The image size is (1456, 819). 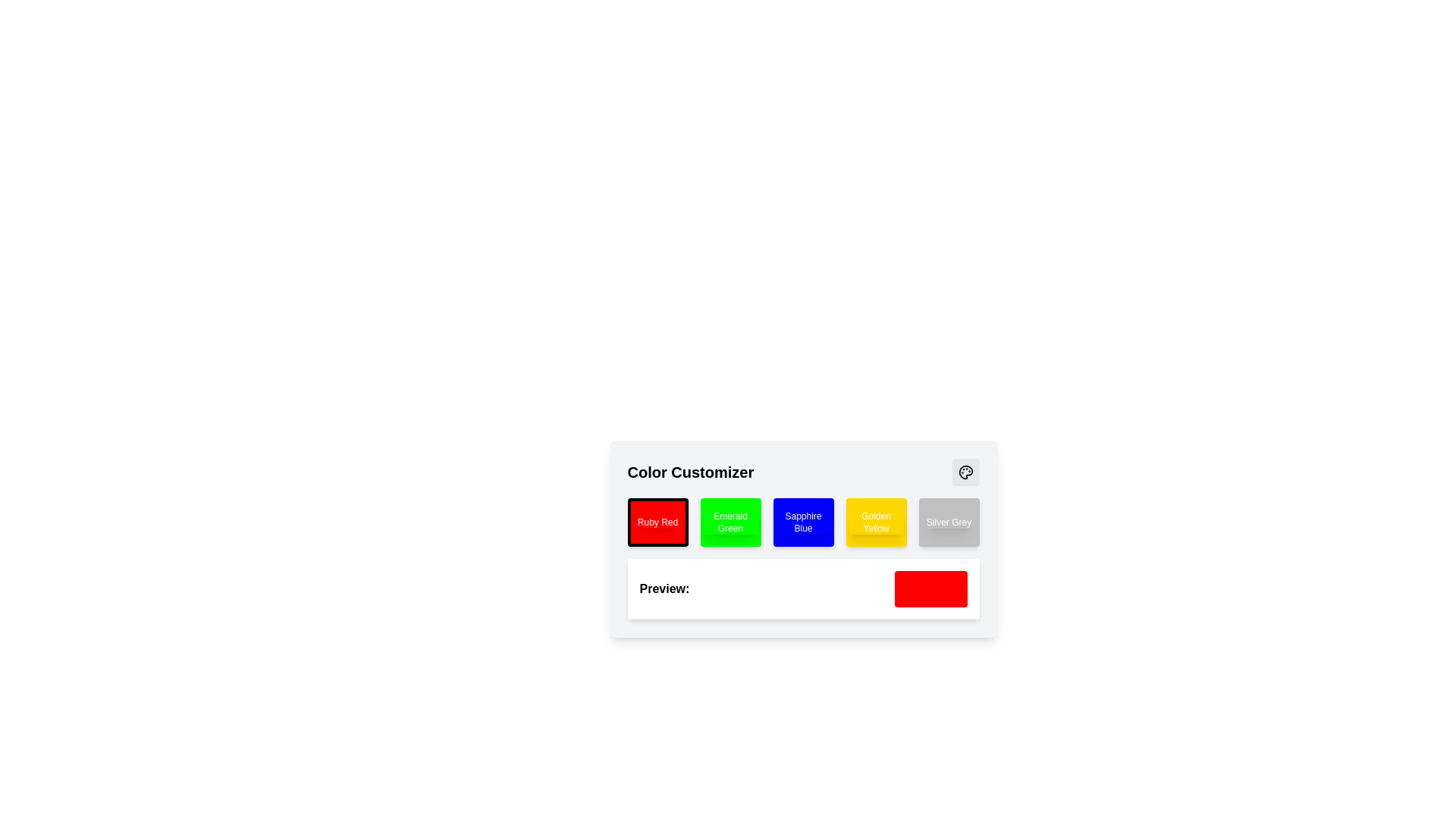 I want to click on the Sapphire Blue color option button in the Color Customizer interface, so click(x=802, y=522).